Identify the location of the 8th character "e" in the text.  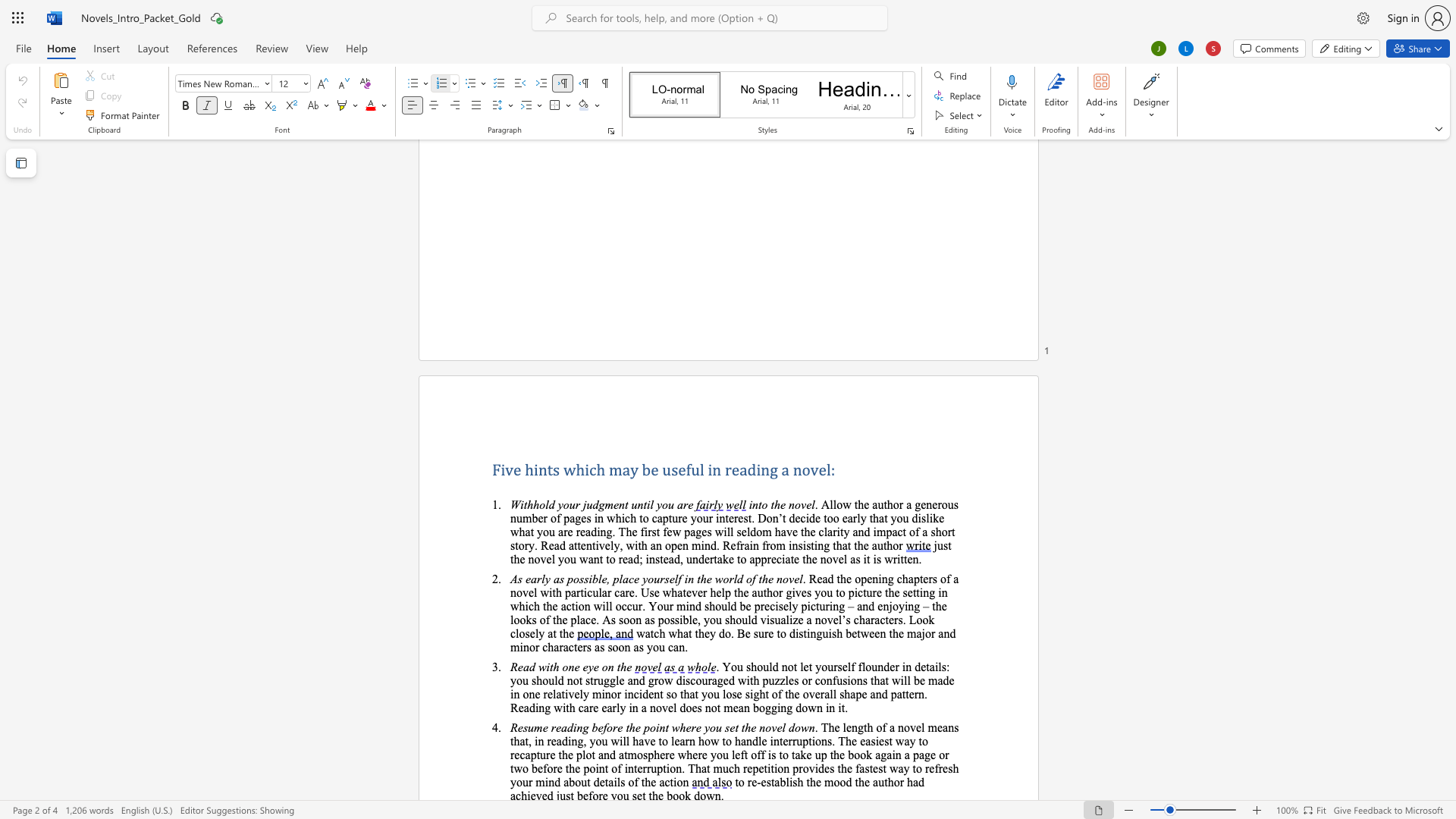
(579, 647).